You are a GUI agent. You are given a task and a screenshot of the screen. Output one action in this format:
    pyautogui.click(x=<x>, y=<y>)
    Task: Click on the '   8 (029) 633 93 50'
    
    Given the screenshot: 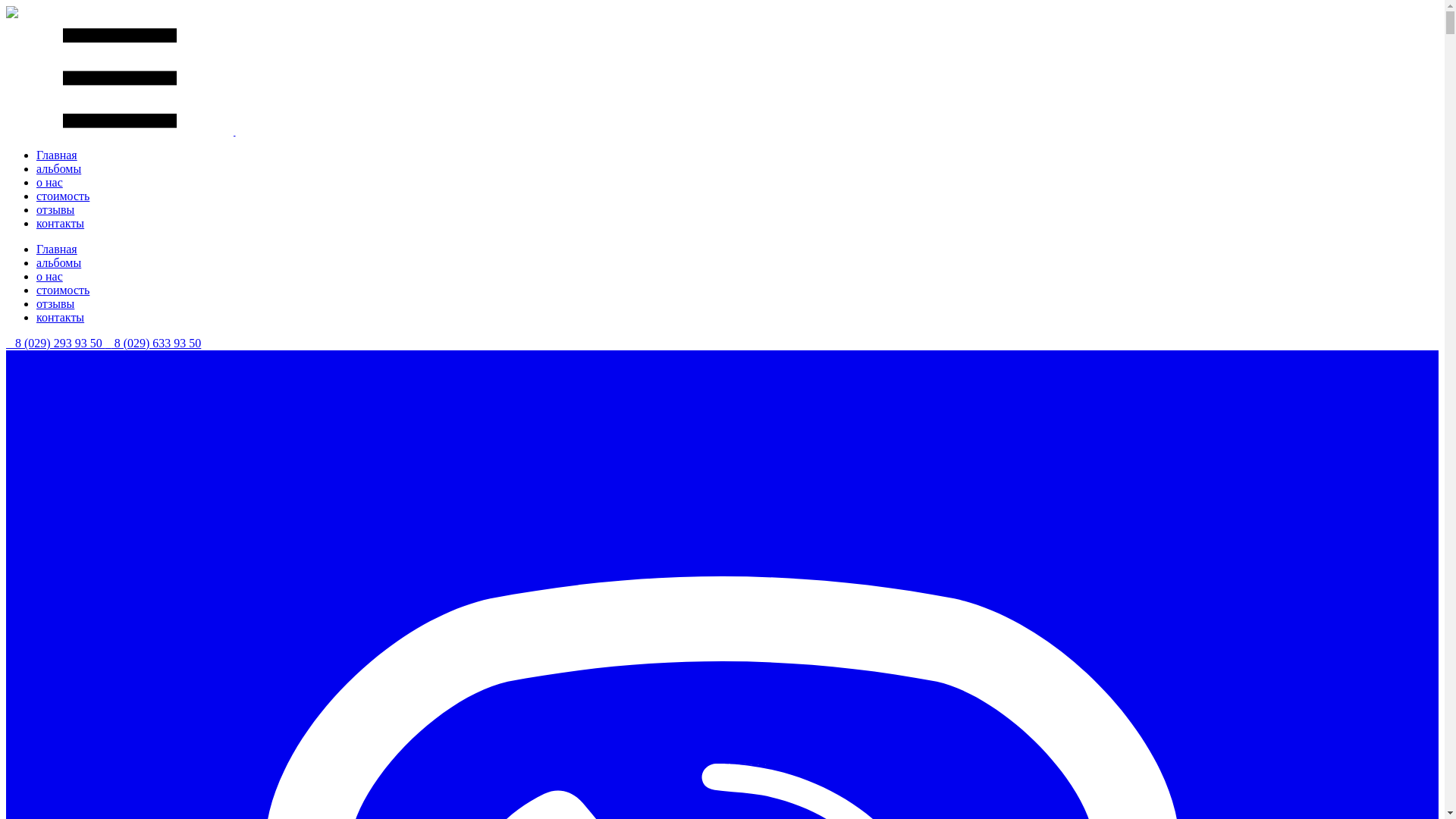 What is the action you would take?
    pyautogui.click(x=105, y=343)
    